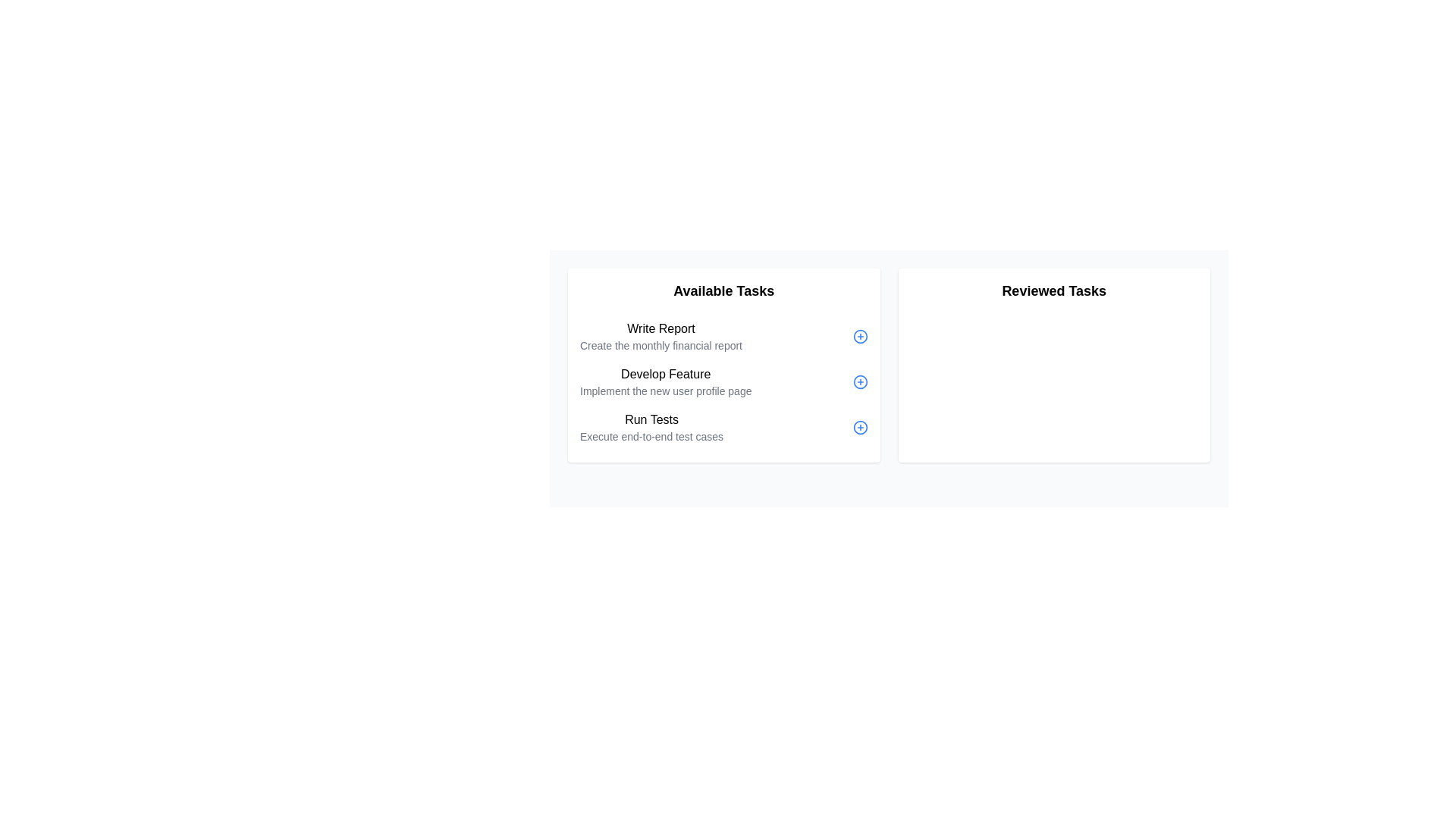  What do you see at coordinates (860, 381) in the screenshot?
I see `the circular graphical component that is part of the additional actions icon for the 'Develop Feature' task, located between the 'Write Report' and 'Run Tests' tasks` at bounding box center [860, 381].